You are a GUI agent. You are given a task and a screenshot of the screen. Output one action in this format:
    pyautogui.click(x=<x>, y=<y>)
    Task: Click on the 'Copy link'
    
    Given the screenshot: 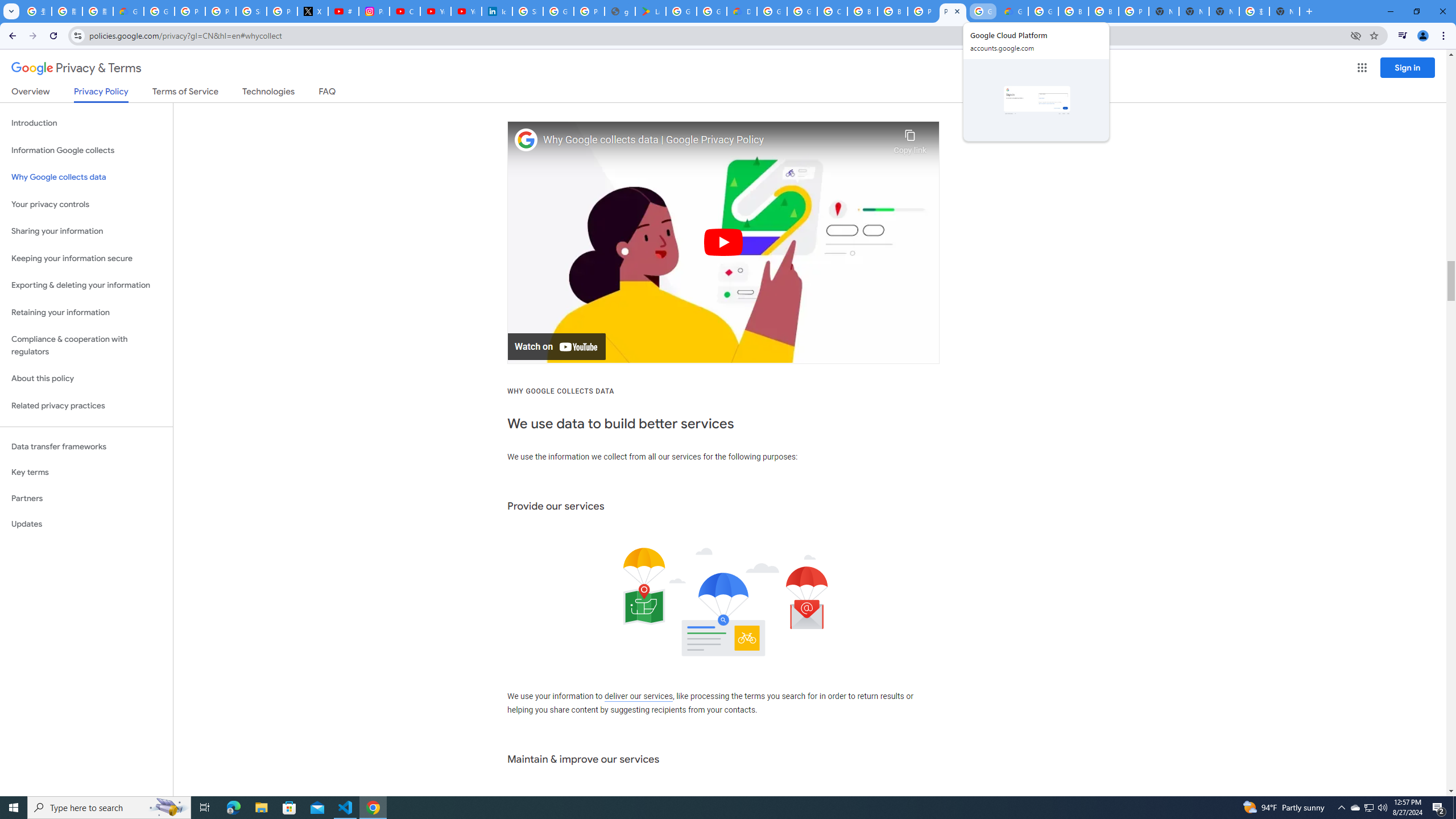 What is the action you would take?
    pyautogui.click(x=909, y=139)
    